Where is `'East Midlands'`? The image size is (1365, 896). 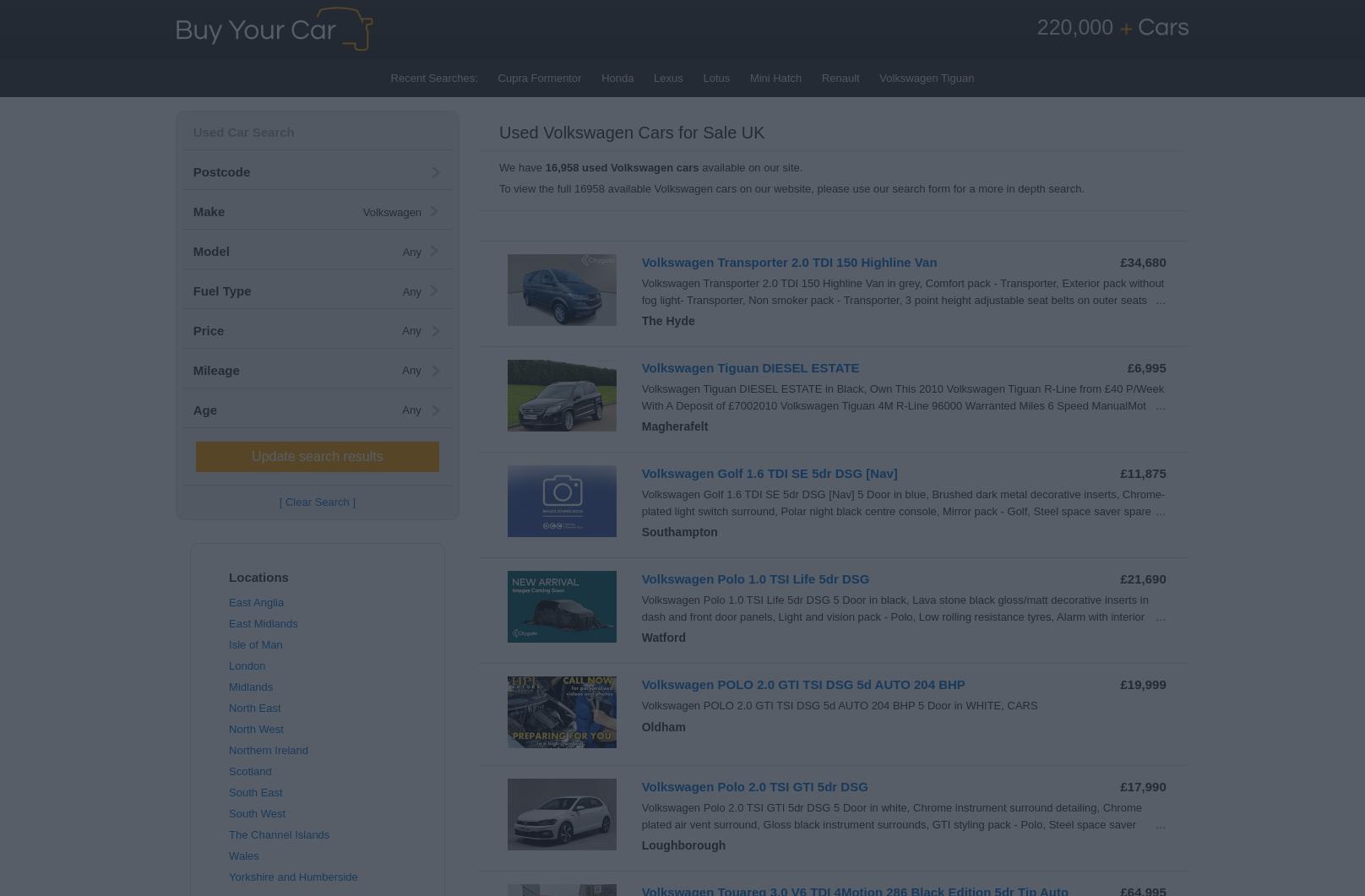 'East Midlands' is located at coordinates (262, 623).